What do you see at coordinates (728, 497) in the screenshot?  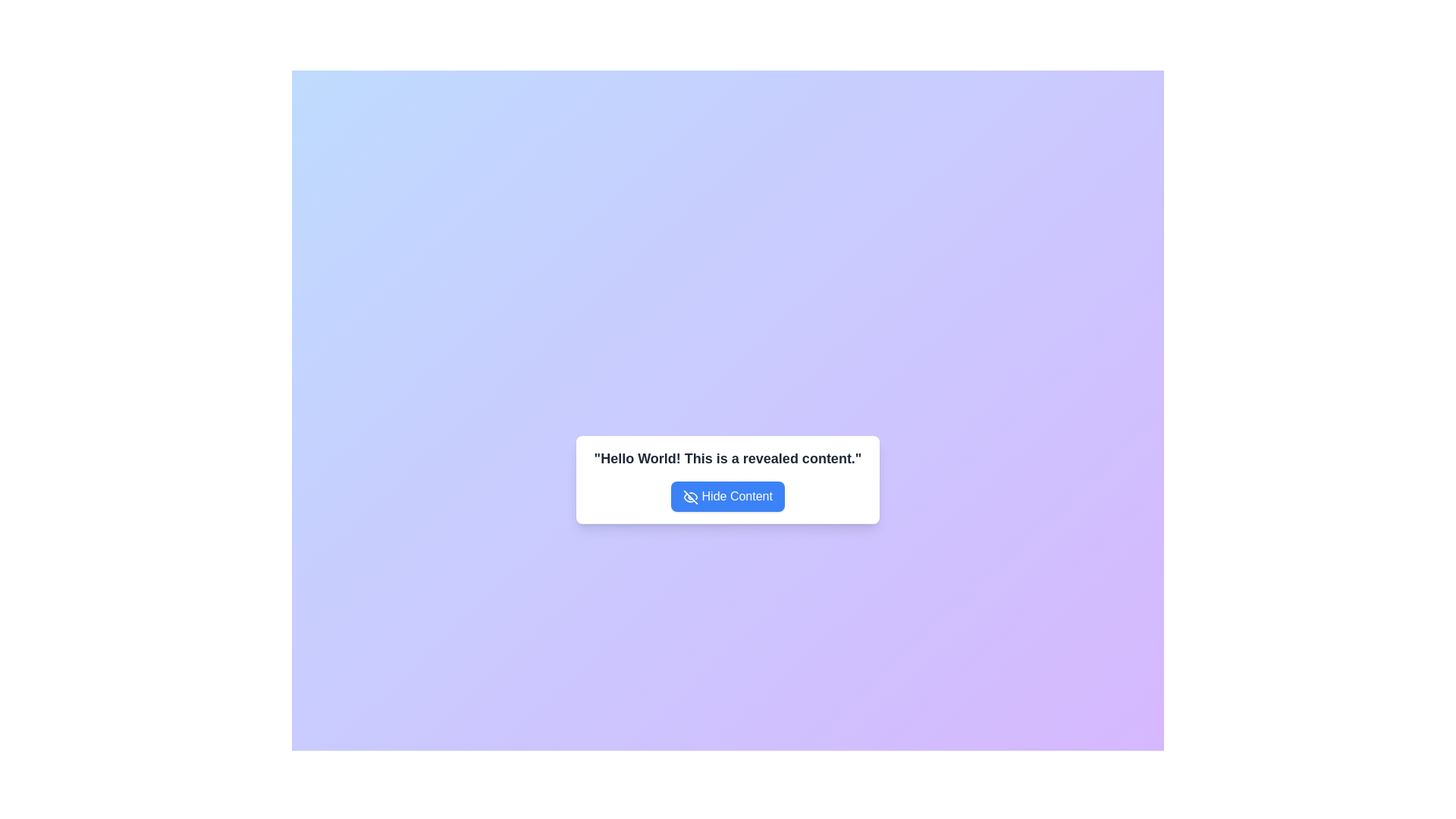 I see `the blue button labeled 'Hide Content' with a small eye-off icon to hide the content displayed above it` at bounding box center [728, 497].